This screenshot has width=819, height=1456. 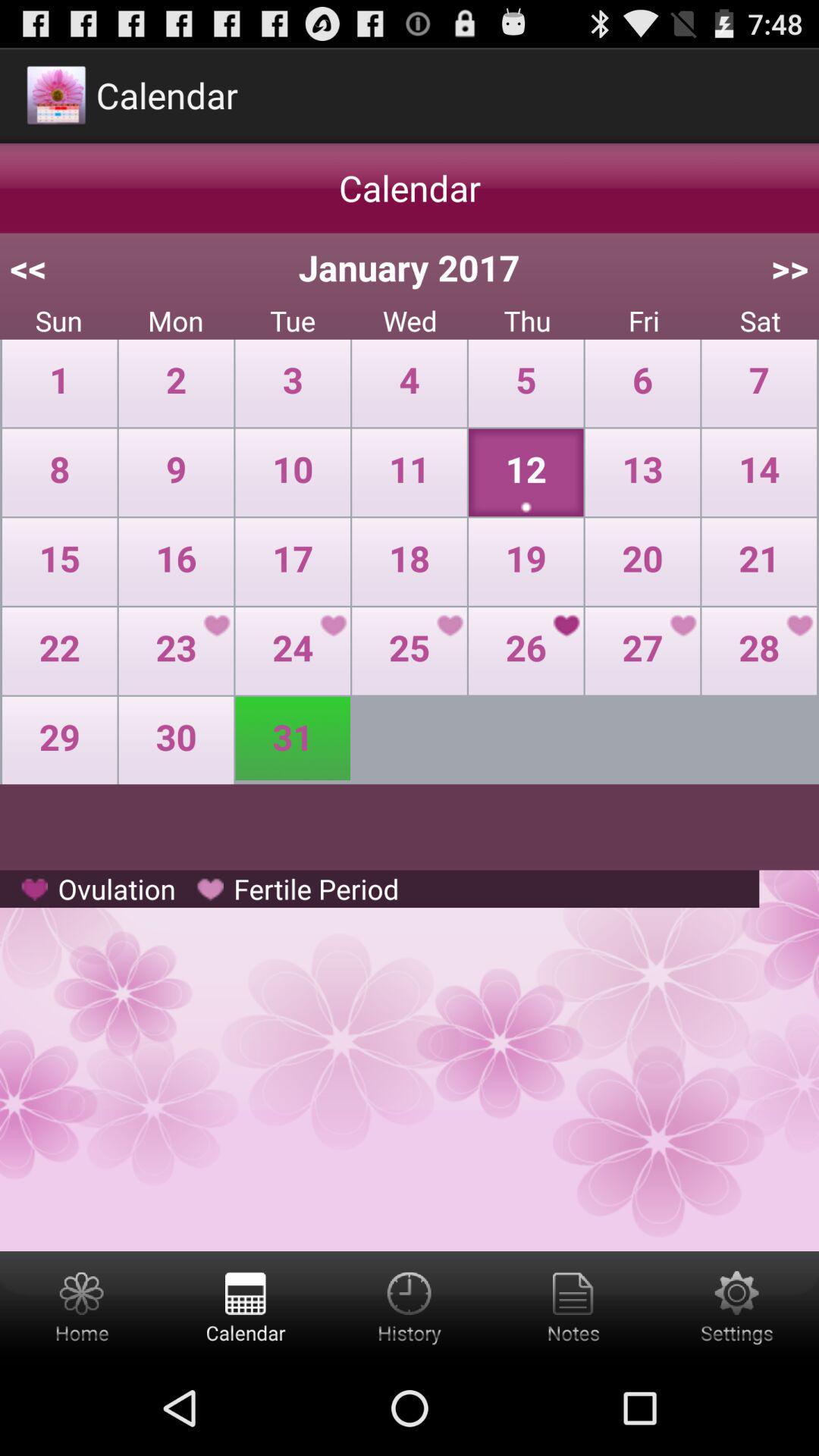 What do you see at coordinates (409, 1305) in the screenshot?
I see `date` at bounding box center [409, 1305].